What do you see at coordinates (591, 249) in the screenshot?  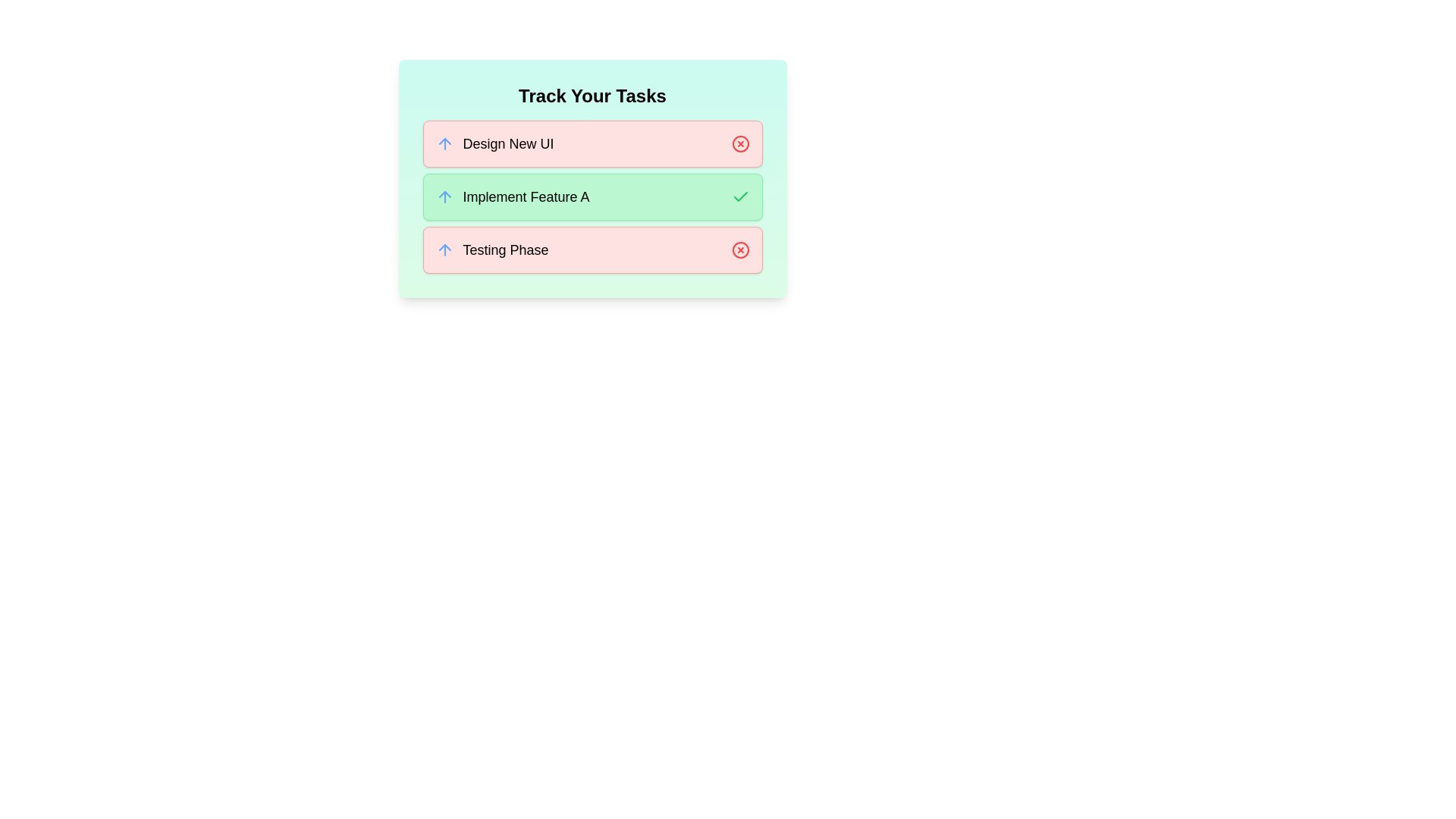 I see `the task card corresponding to Testing Phase to toggle its completion status` at bounding box center [591, 249].